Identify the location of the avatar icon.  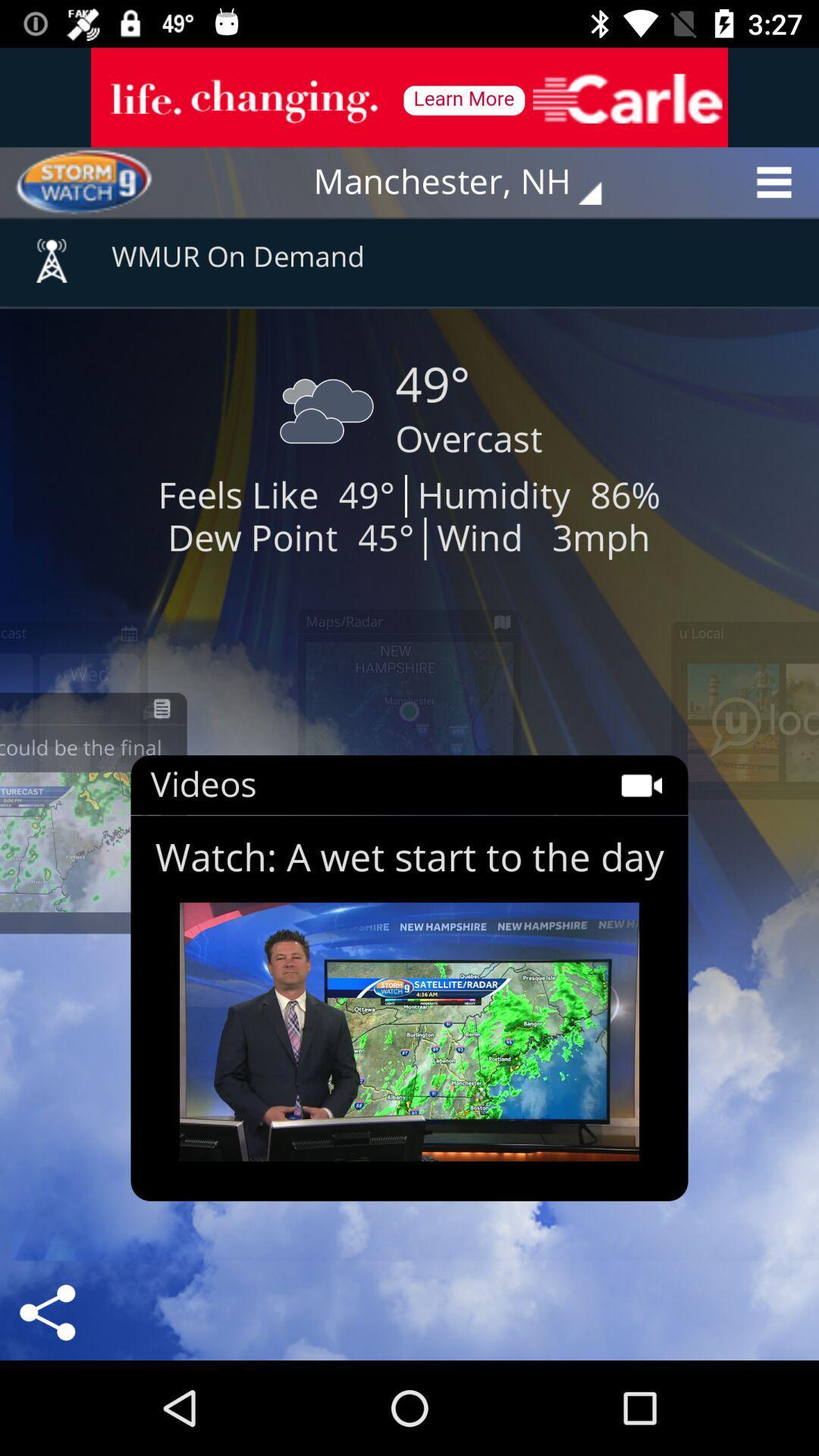
(99, 182).